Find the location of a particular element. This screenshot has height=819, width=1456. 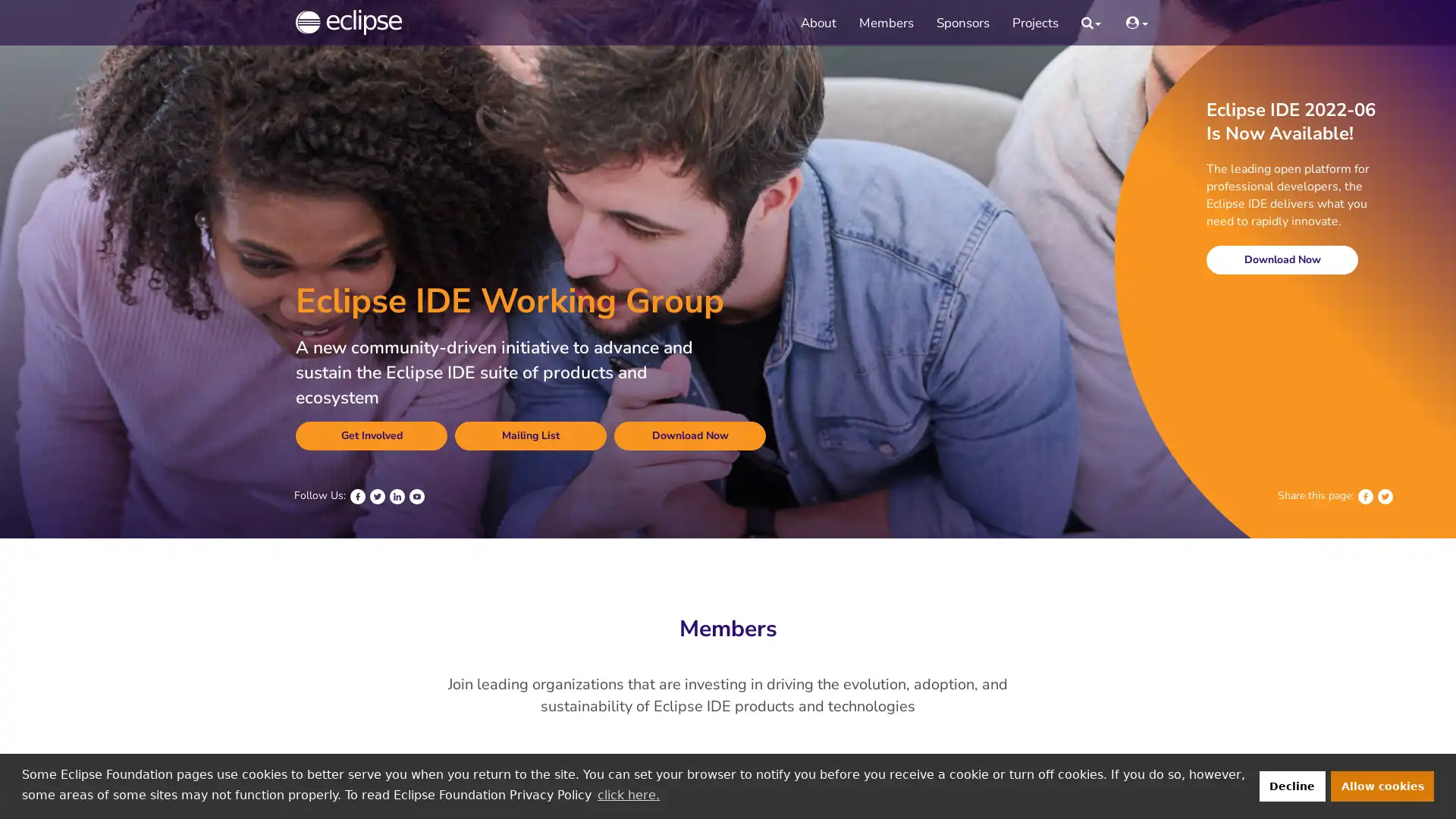

learn more about cookies is located at coordinates (628, 794).